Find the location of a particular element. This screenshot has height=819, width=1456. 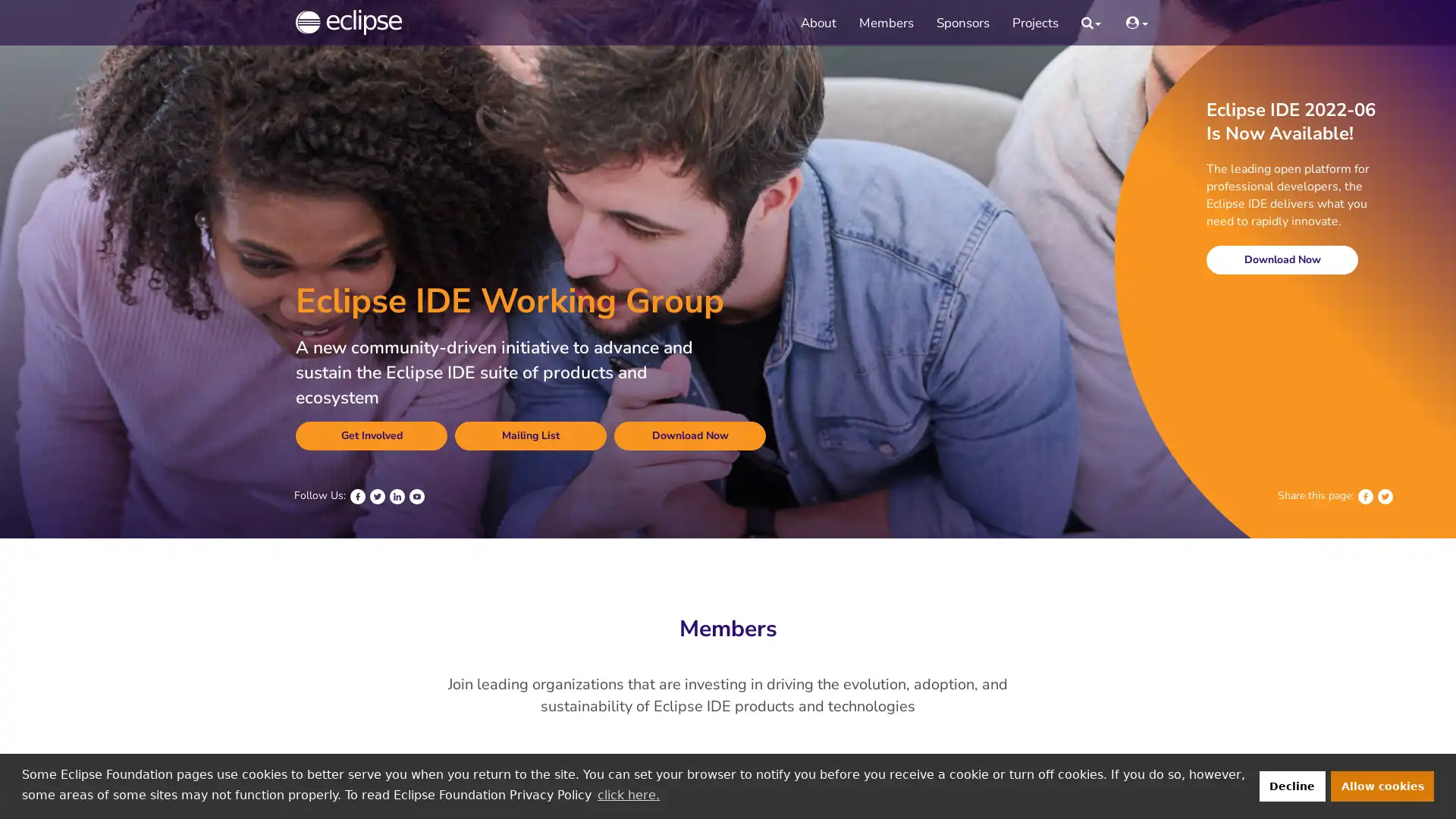

learn more about cookies is located at coordinates (628, 794).